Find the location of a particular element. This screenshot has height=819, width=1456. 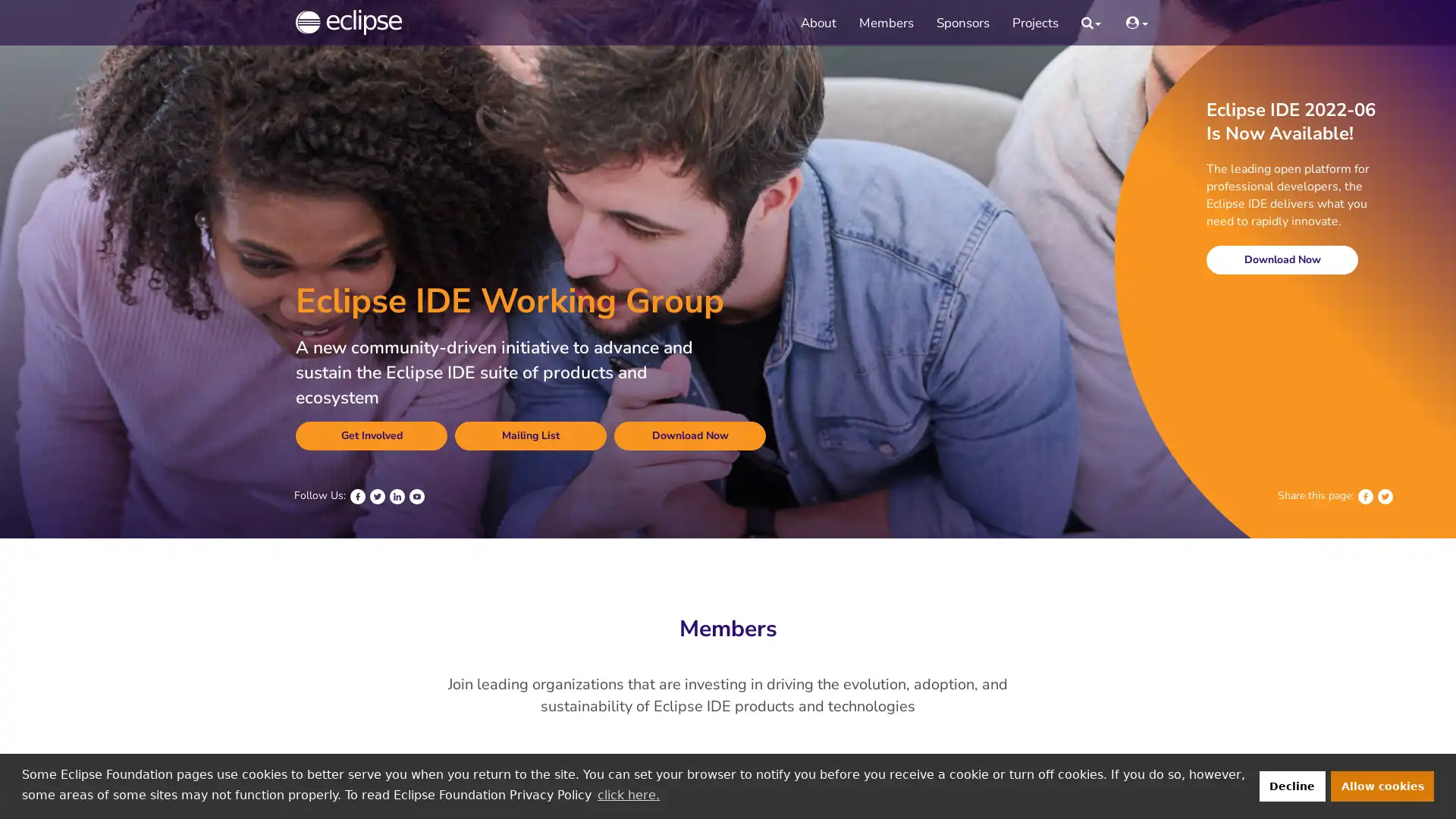

learn more about cookies is located at coordinates (628, 794).